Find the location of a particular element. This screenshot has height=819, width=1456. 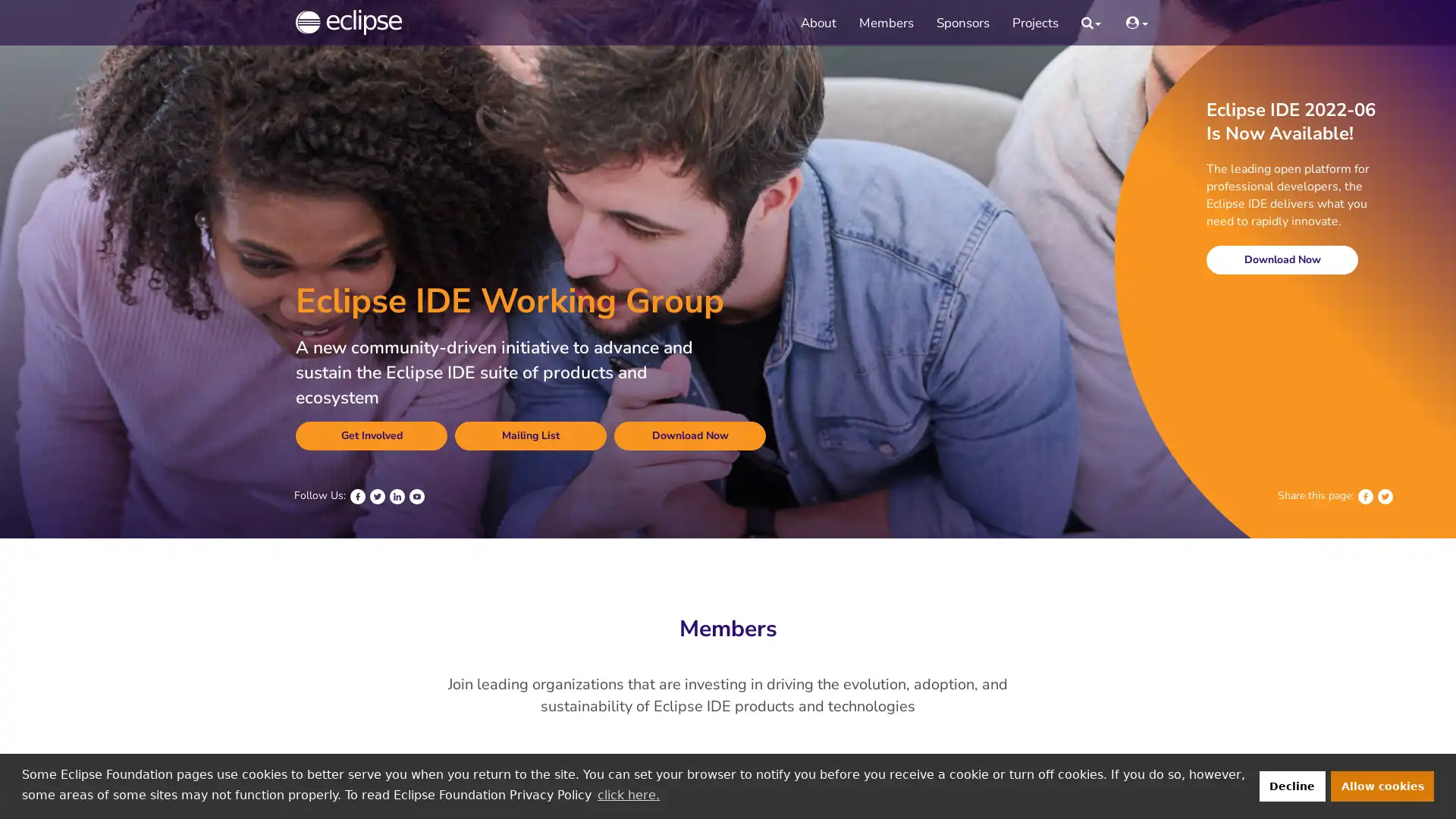

learn more about cookies is located at coordinates (628, 794).